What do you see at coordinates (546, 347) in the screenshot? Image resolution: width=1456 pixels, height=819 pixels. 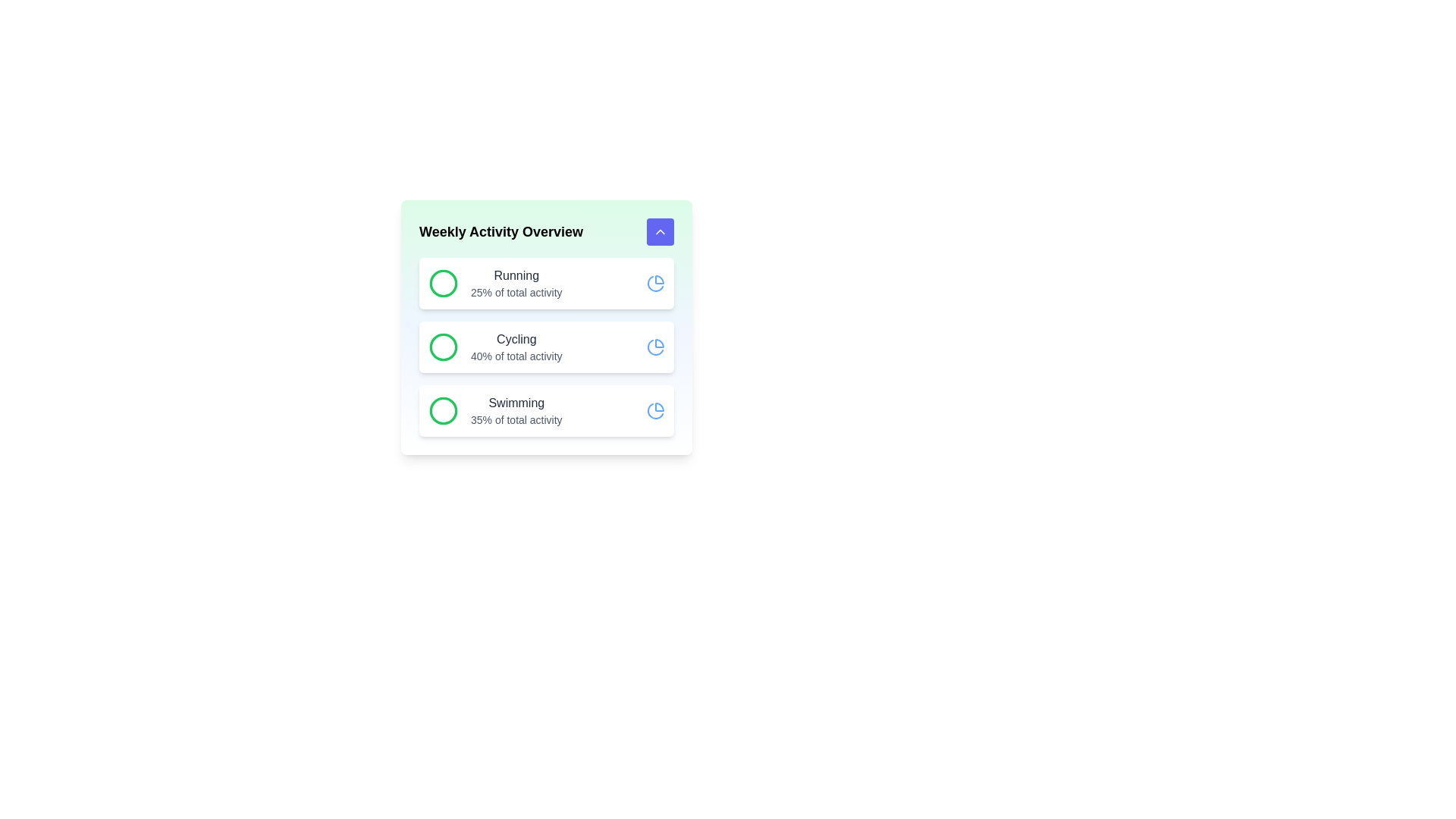 I see `the Cycling activity summary card, which indicates its contribution to the total activity (40%) and is the second item` at bounding box center [546, 347].